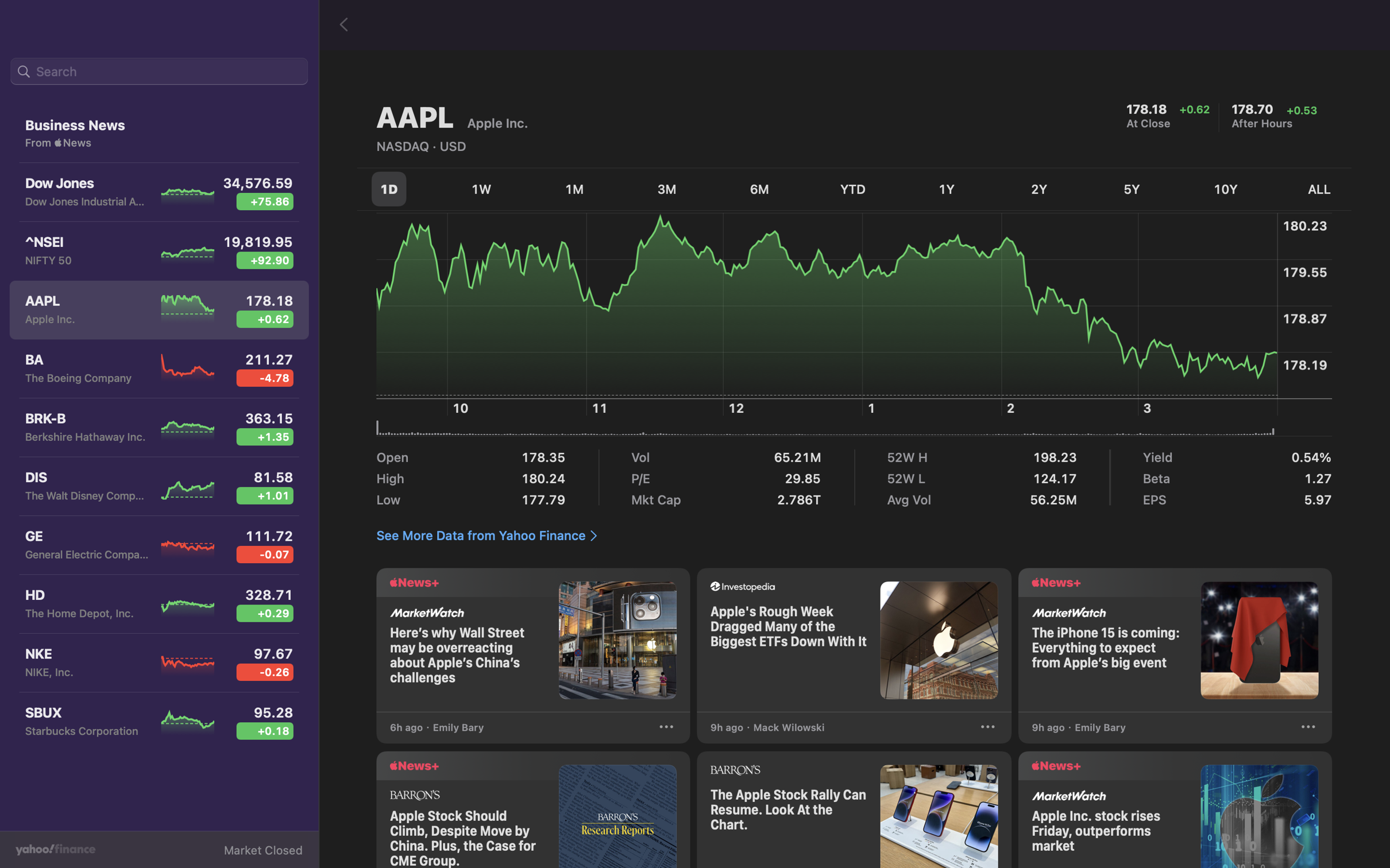 This screenshot has height=868, width=1390. Describe the element at coordinates (576, 186) in the screenshot. I see `the option to view one month"s worth of stock fluctuation` at that location.